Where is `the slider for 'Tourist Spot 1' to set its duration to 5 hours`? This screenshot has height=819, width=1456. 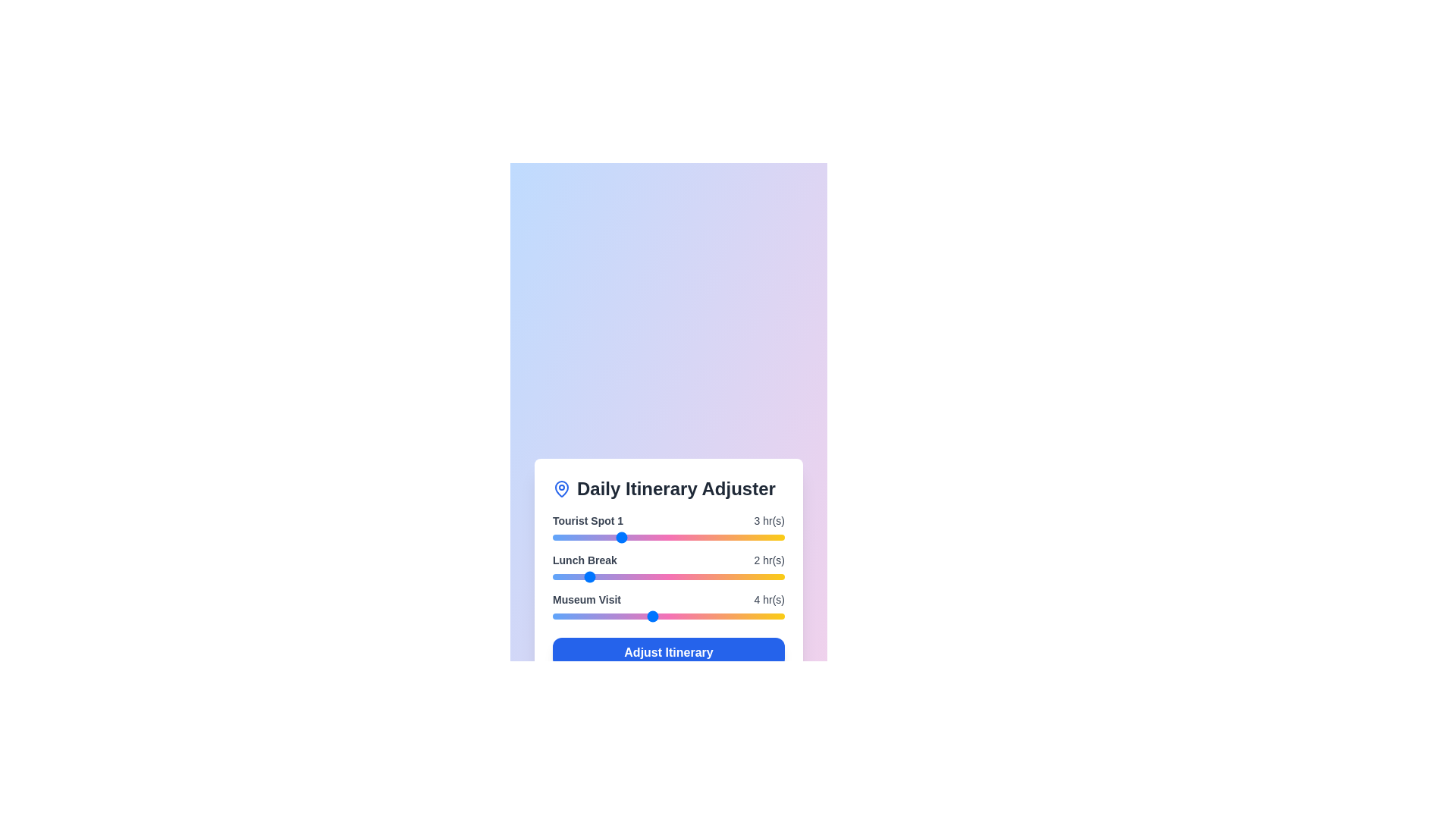
the slider for 'Tourist Spot 1' to set its duration to 5 hours is located at coordinates (684, 537).